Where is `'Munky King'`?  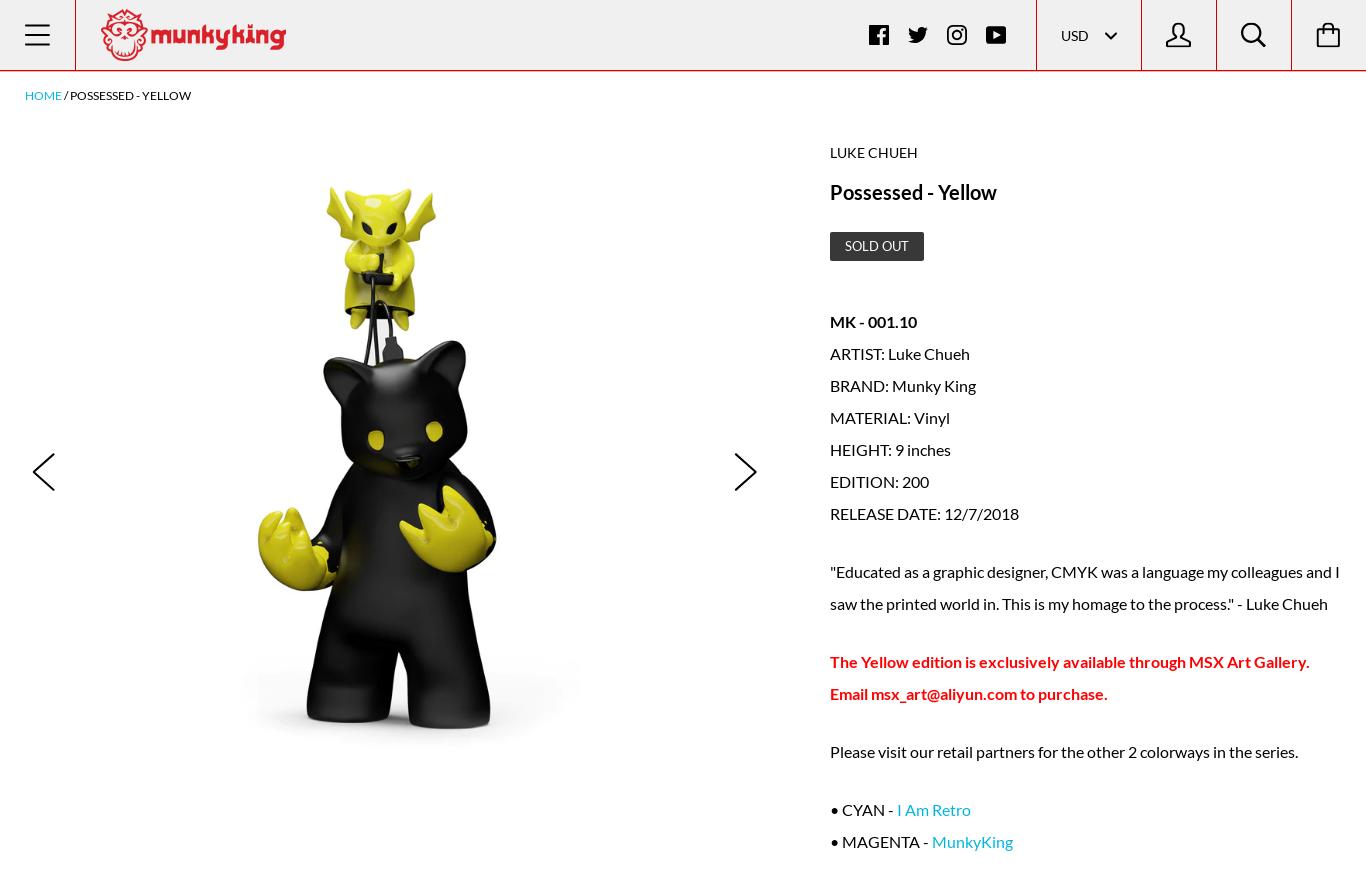 'Munky King' is located at coordinates (932, 384).